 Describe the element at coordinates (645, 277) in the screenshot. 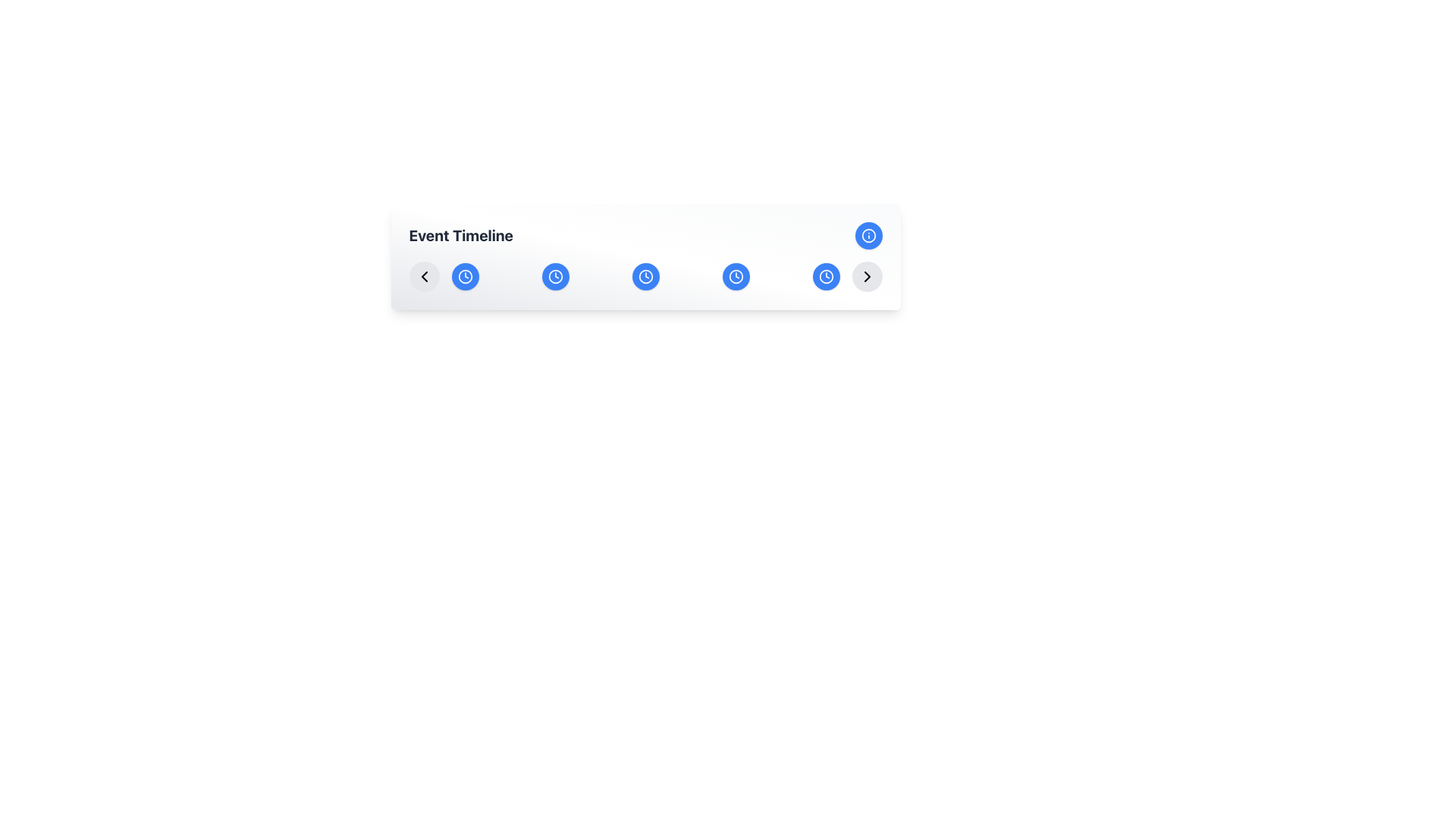

I see `the third blue interactive icon in the timeline` at that location.